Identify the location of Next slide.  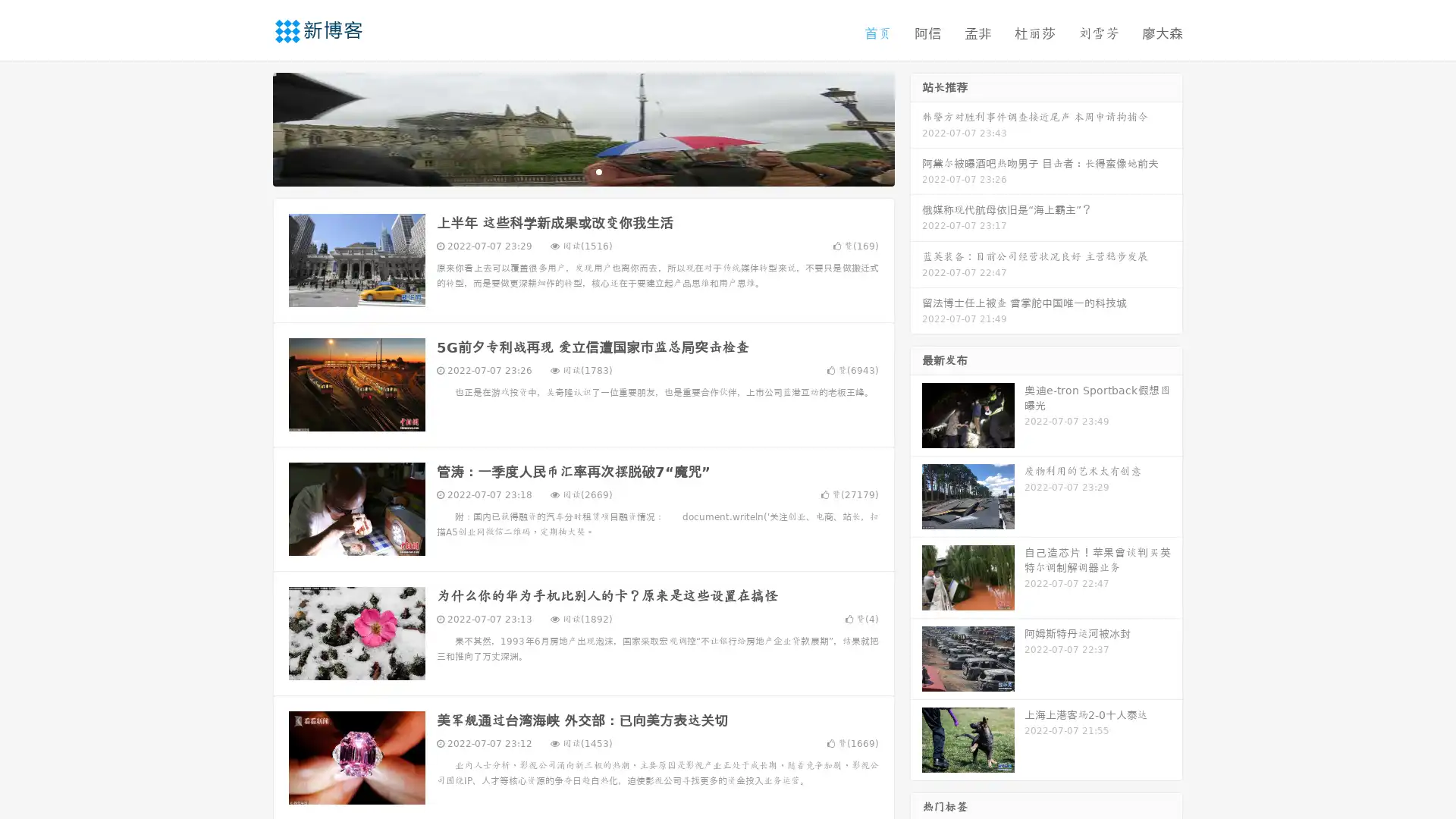
(916, 127).